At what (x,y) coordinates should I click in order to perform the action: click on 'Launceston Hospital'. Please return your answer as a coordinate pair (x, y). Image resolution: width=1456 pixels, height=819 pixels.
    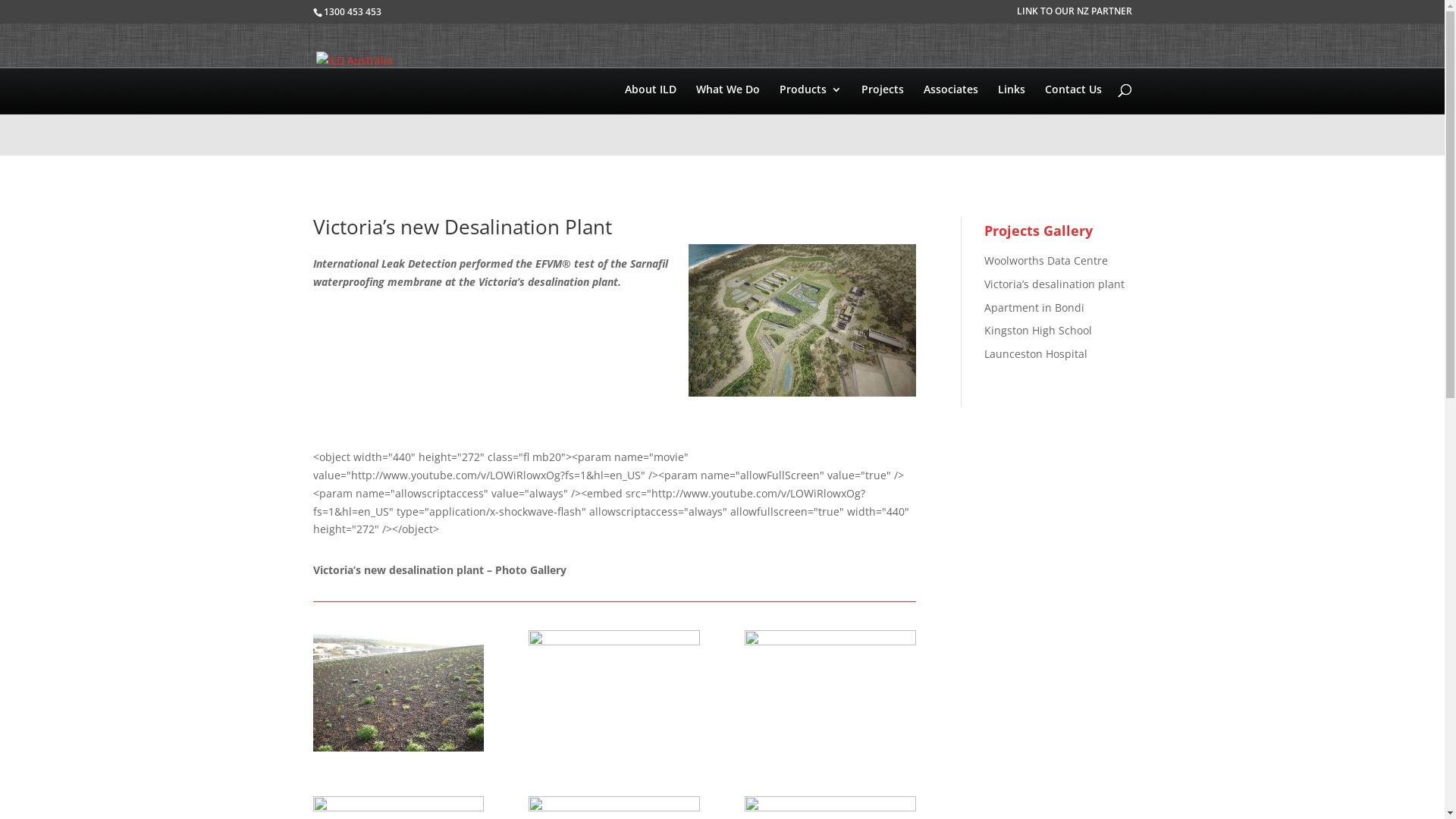
    Looking at the image, I should click on (1035, 353).